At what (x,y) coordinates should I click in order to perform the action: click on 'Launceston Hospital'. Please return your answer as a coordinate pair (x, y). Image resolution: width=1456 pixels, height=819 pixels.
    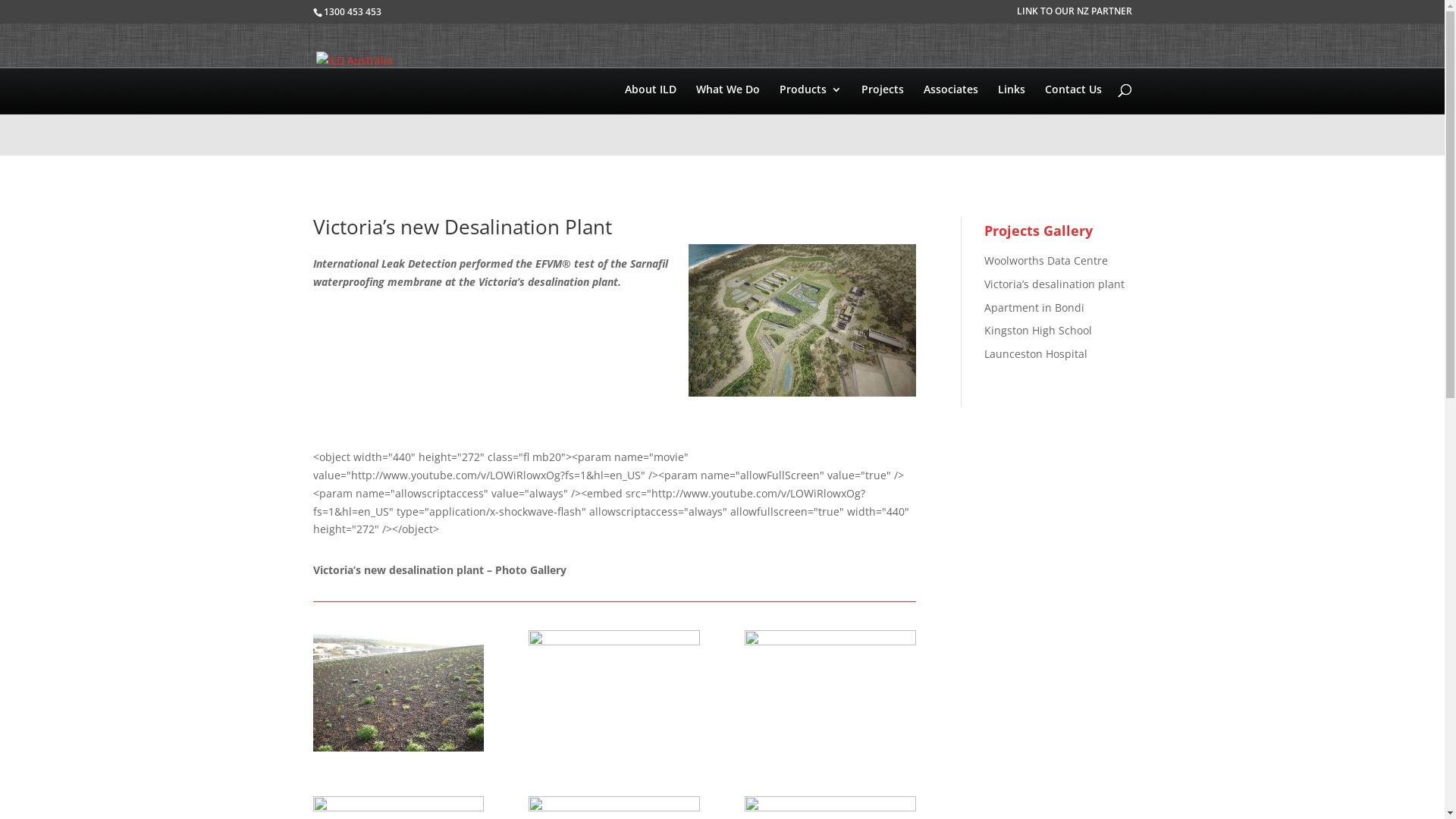
    Looking at the image, I should click on (1035, 353).